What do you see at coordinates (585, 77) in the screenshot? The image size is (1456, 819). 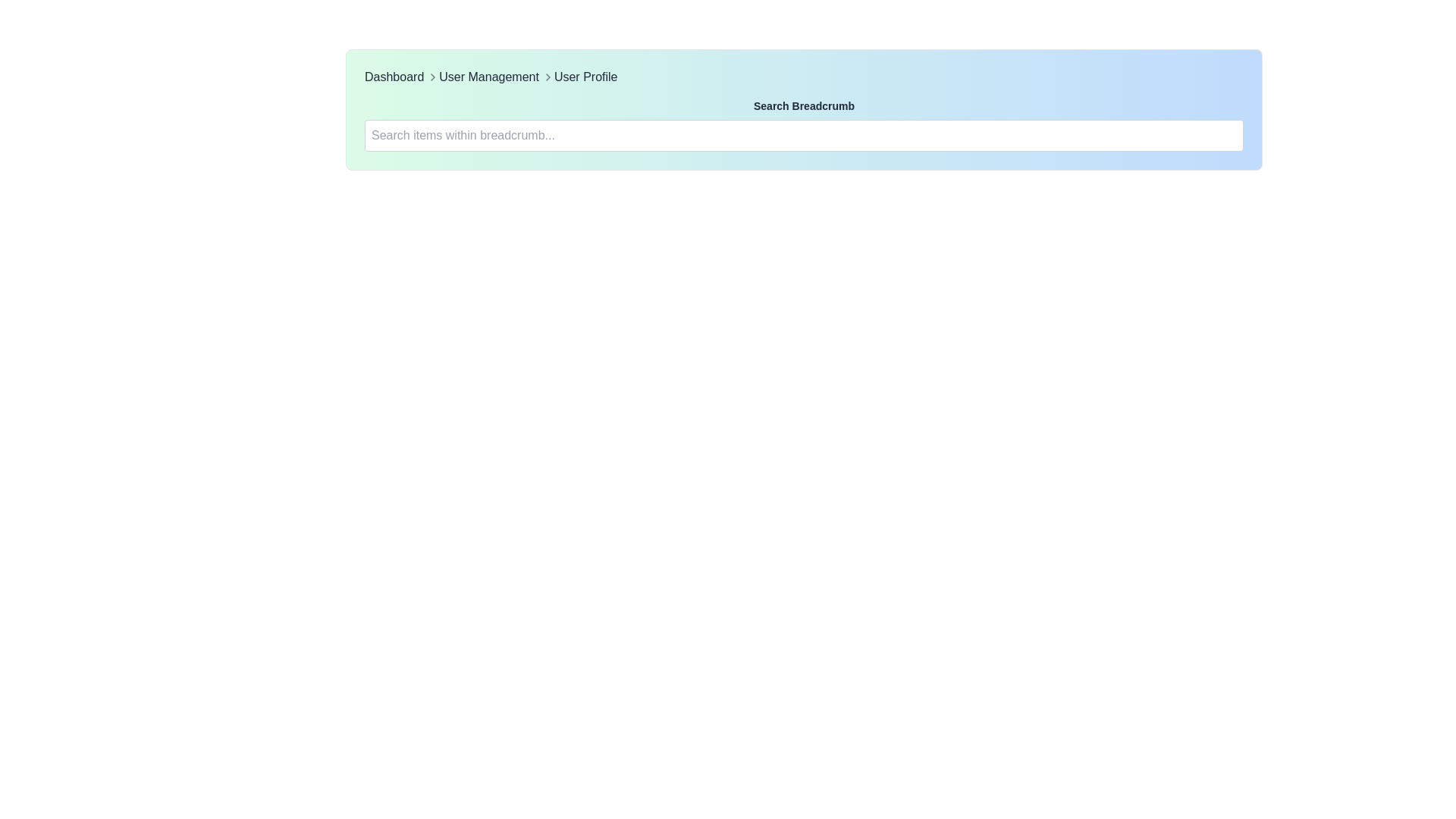 I see `the 'User Profile' hyperlink in the breadcrumb navigation bar` at bounding box center [585, 77].